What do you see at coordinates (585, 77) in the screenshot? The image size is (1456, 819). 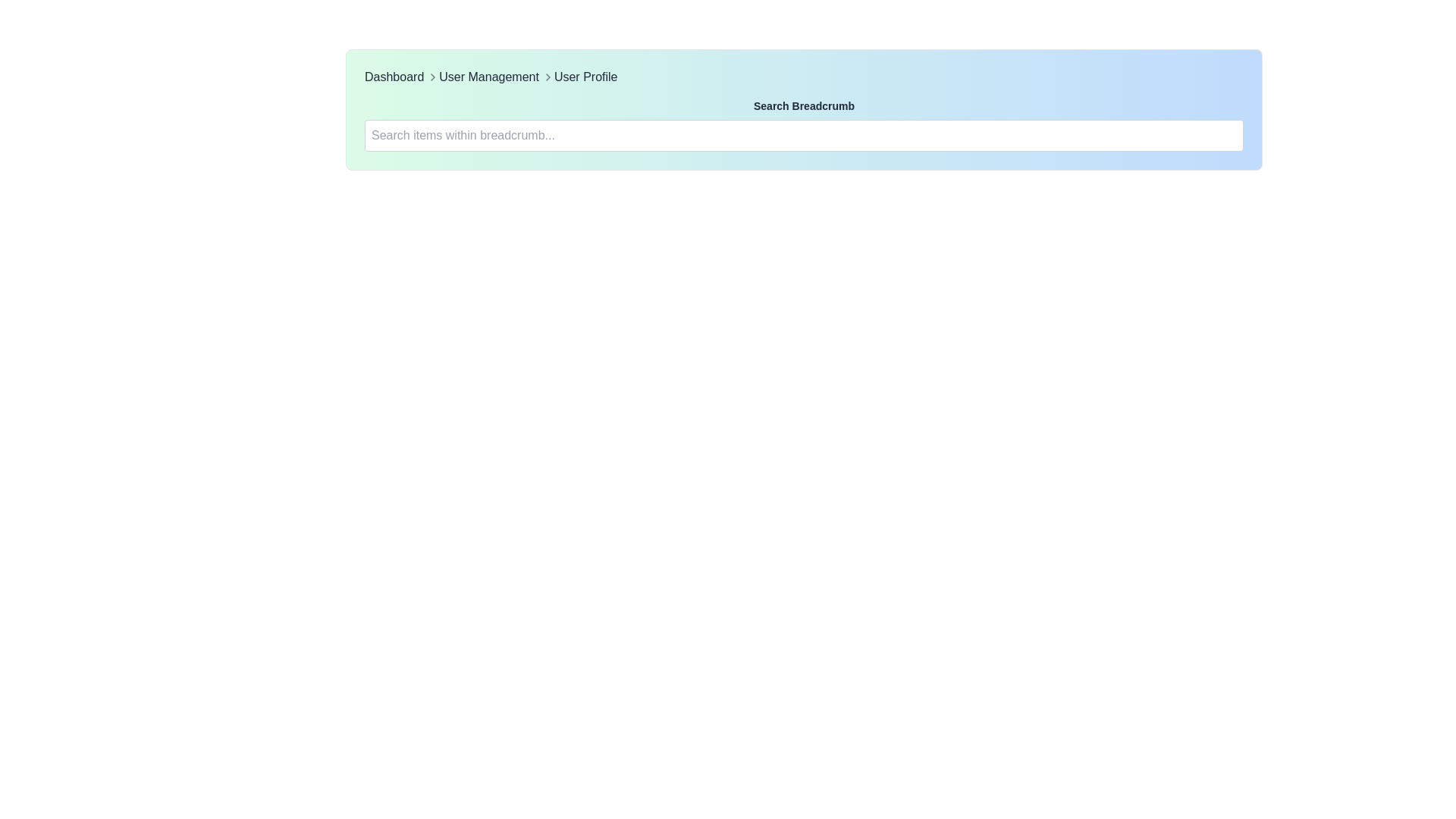 I see `the 'User Profile' hyperlink in the breadcrumb navigation bar` at bounding box center [585, 77].